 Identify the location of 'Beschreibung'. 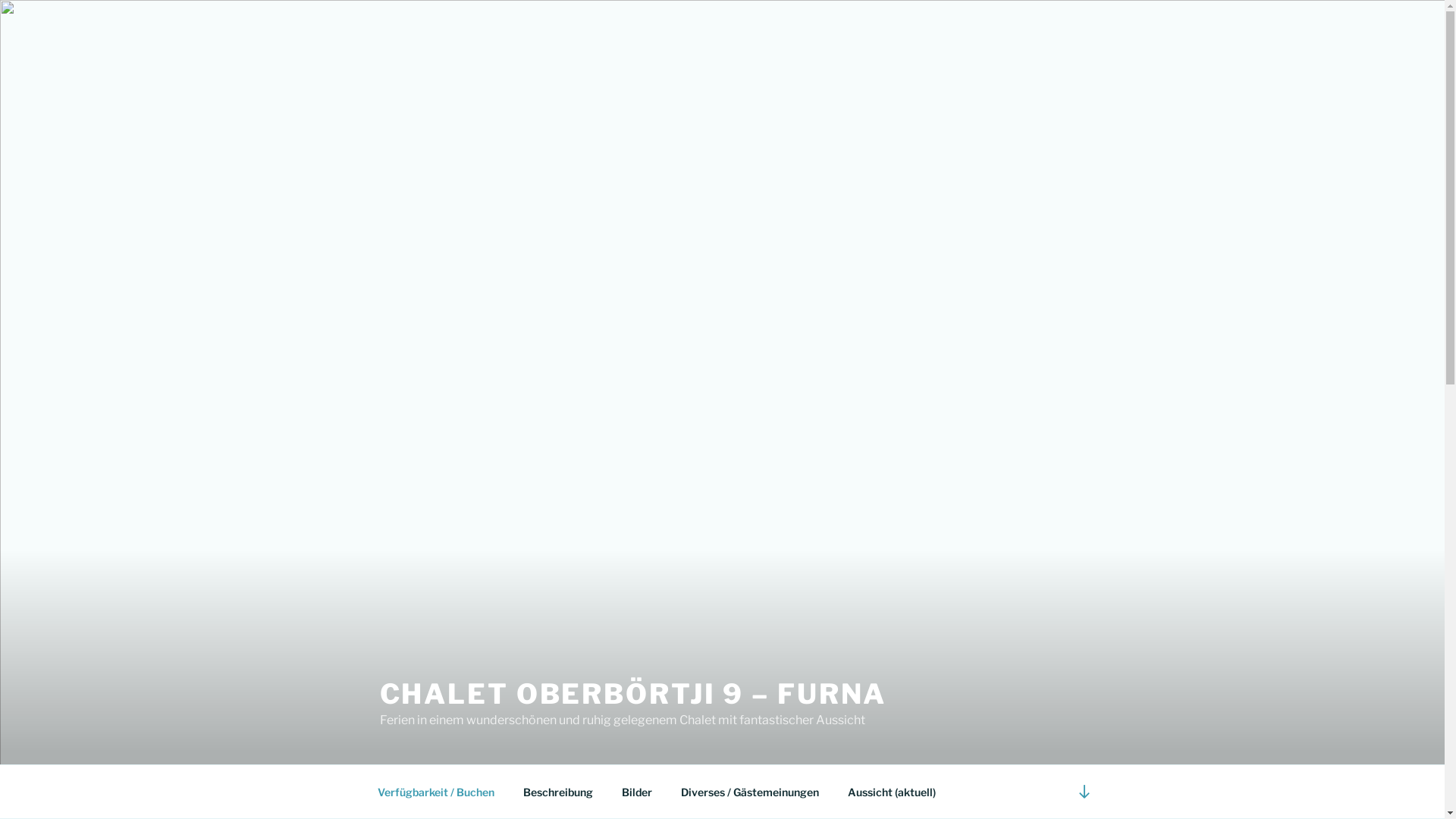
(557, 791).